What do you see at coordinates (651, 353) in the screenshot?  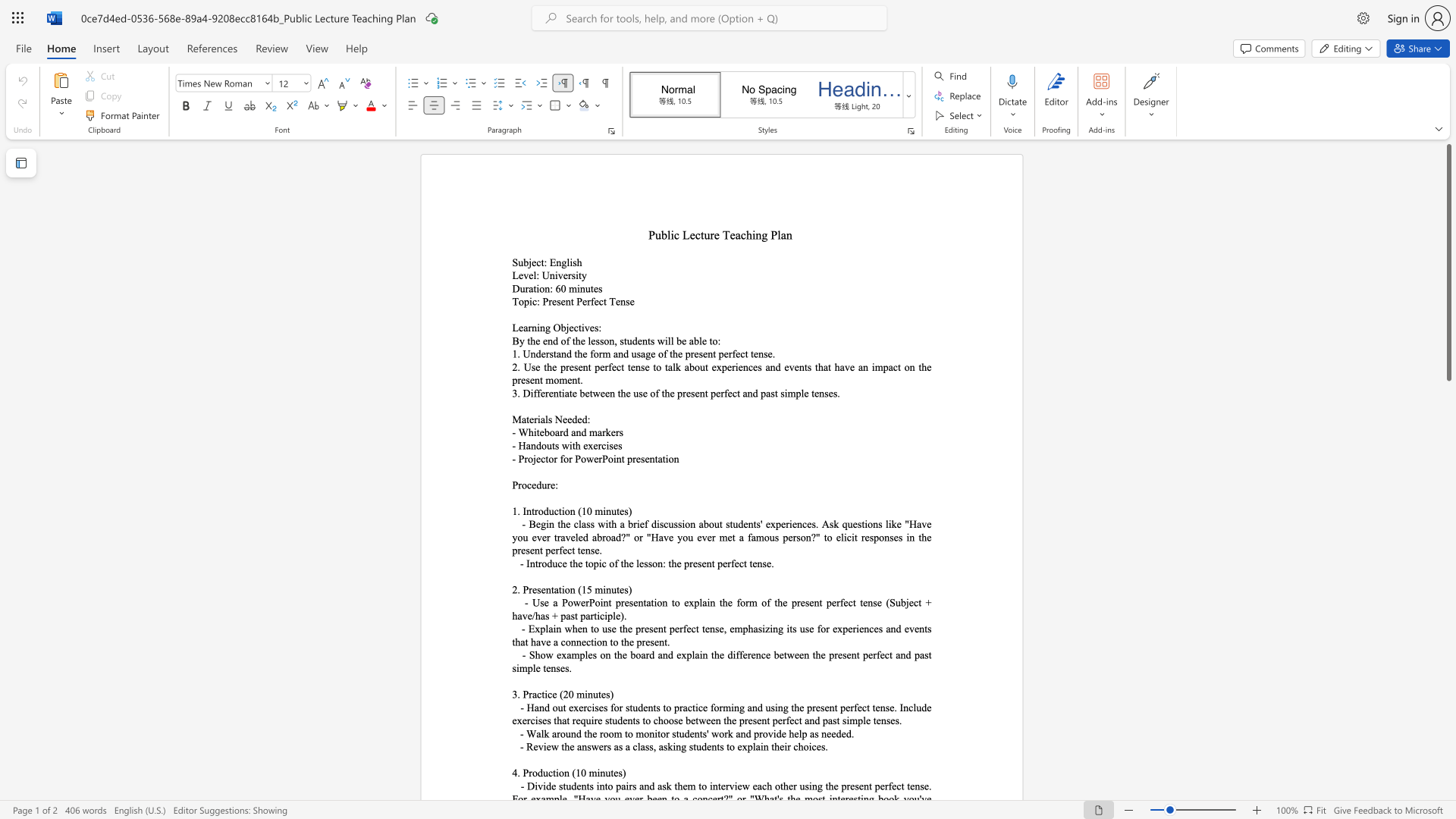 I see `the subset text "e of the present p" within the text "1. Understand the form and usage of the present perfect tense."` at bounding box center [651, 353].